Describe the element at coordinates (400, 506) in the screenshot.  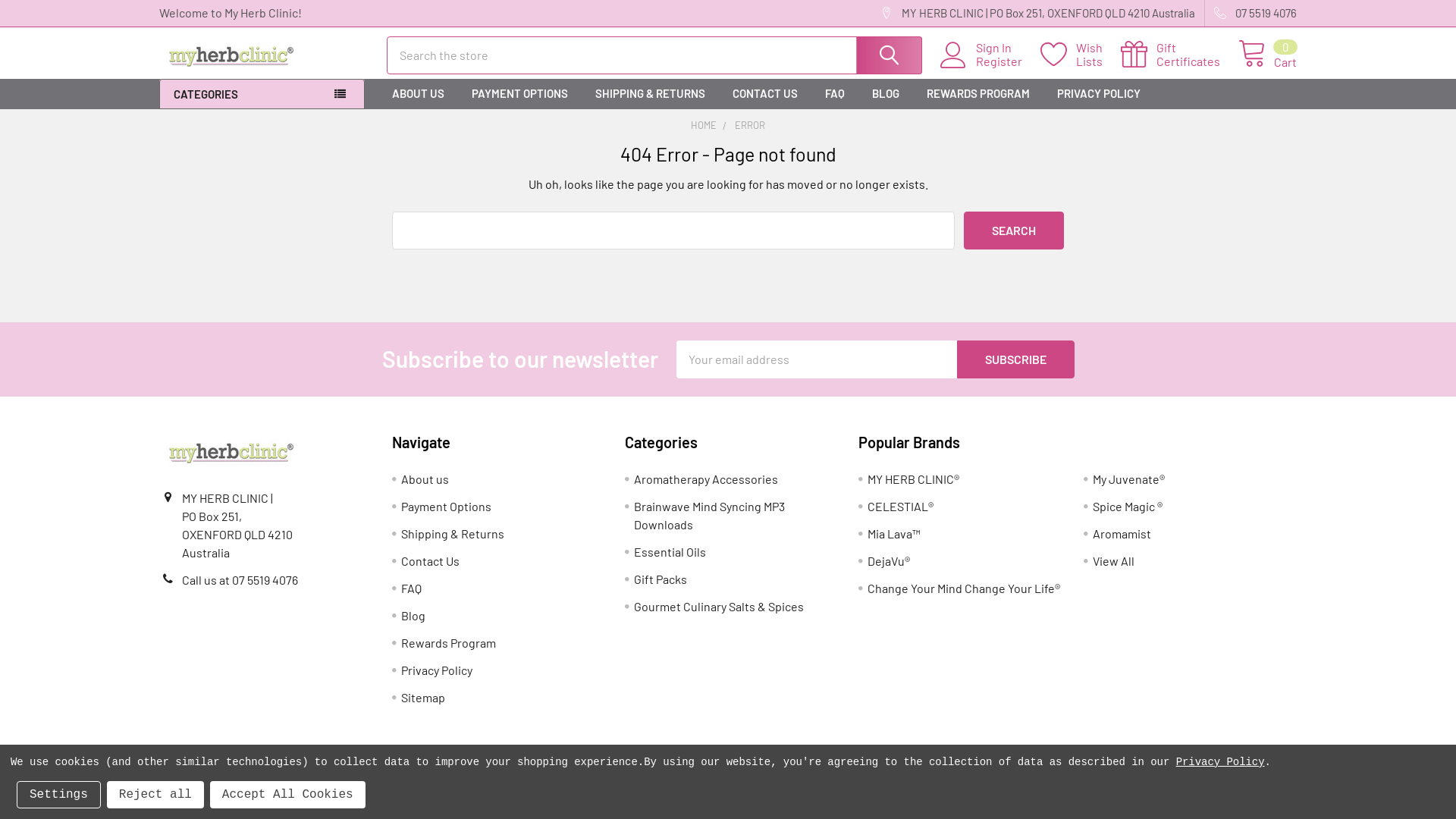
I see `'Payment Options'` at that location.